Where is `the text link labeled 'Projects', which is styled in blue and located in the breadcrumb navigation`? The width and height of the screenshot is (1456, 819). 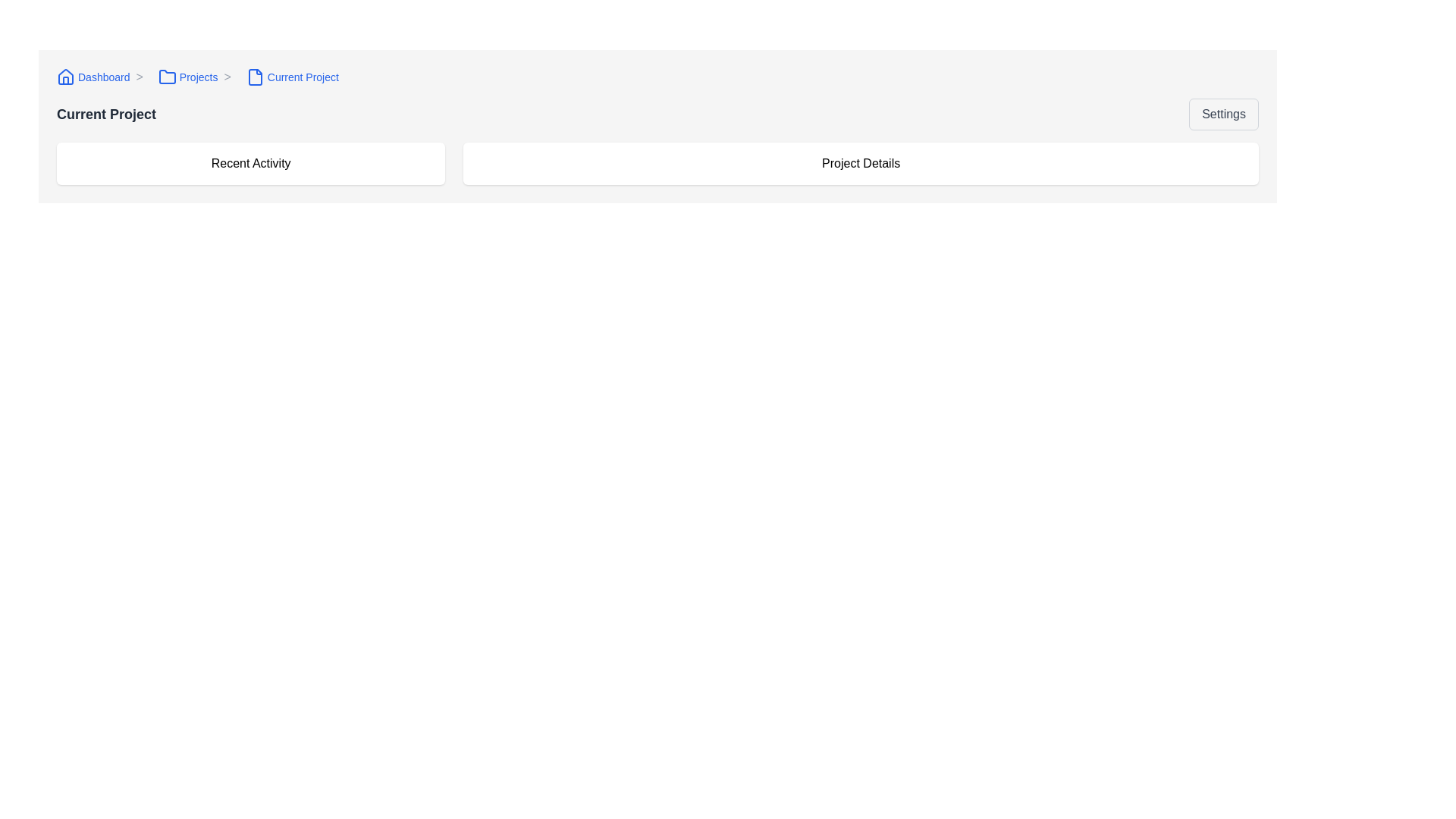 the text link labeled 'Projects', which is styled in blue and located in the breadcrumb navigation is located at coordinates (198, 77).